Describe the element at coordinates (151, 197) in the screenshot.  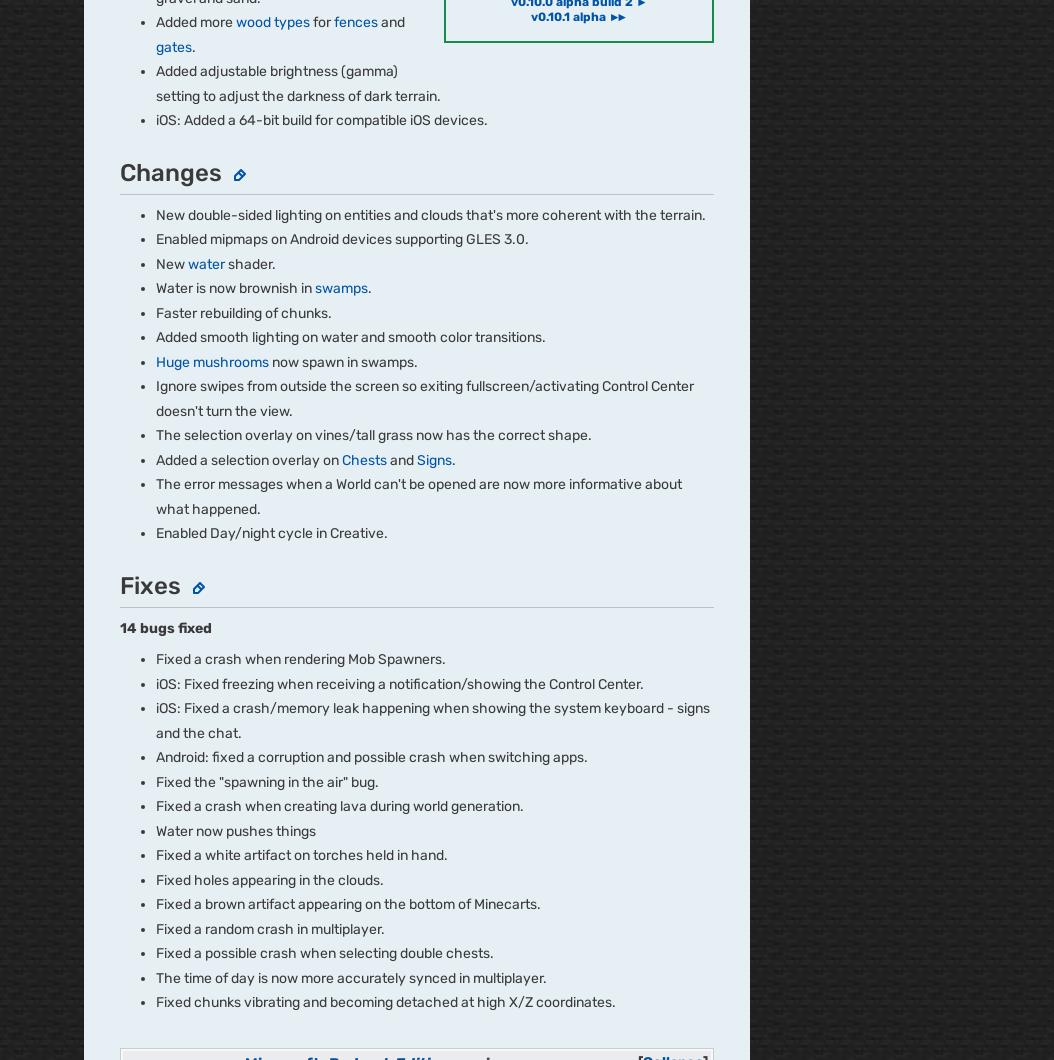
I see `'Explore properties'` at that location.